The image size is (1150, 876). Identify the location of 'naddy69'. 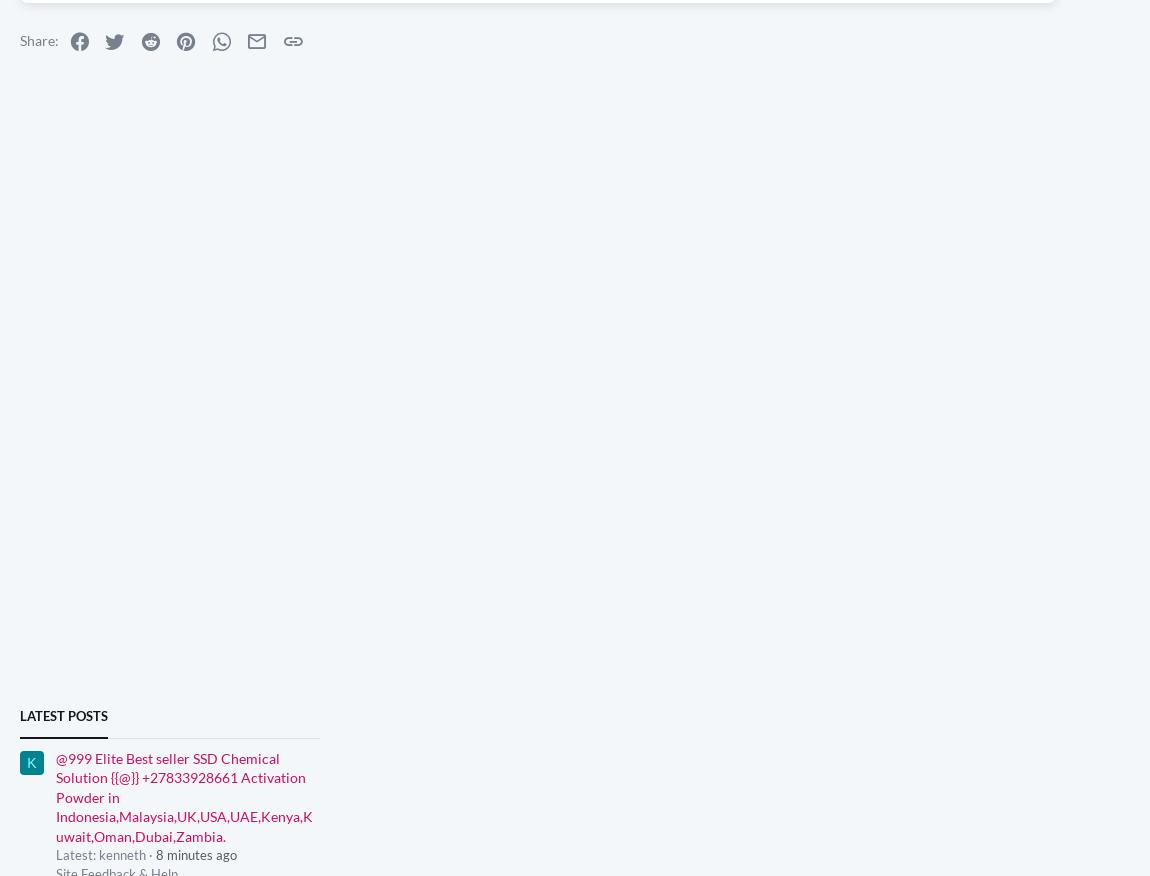
(828, 254).